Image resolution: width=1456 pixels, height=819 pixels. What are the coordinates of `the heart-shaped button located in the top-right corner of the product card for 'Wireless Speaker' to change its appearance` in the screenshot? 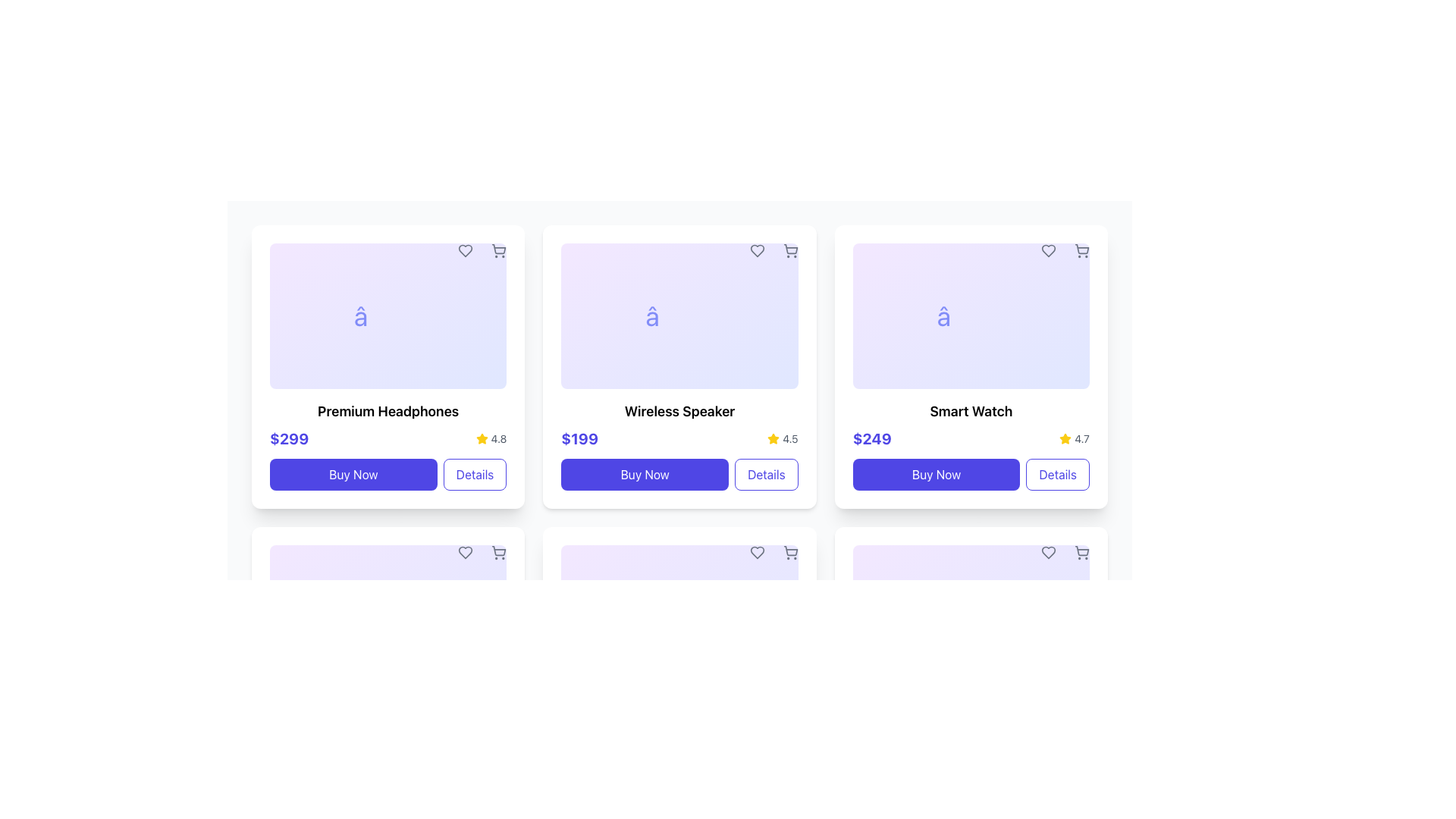 It's located at (757, 250).